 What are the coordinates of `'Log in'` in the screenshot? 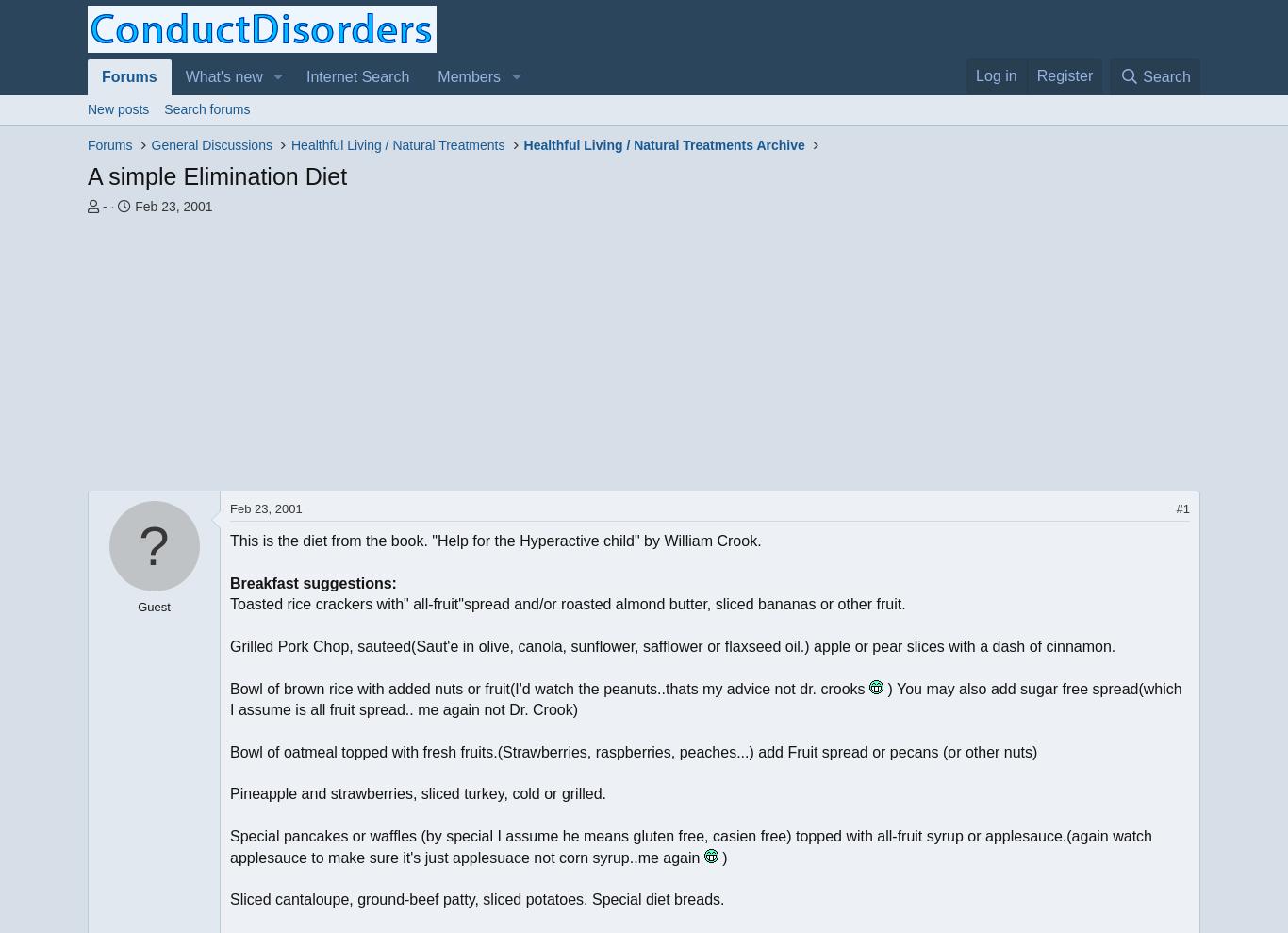 It's located at (995, 75).